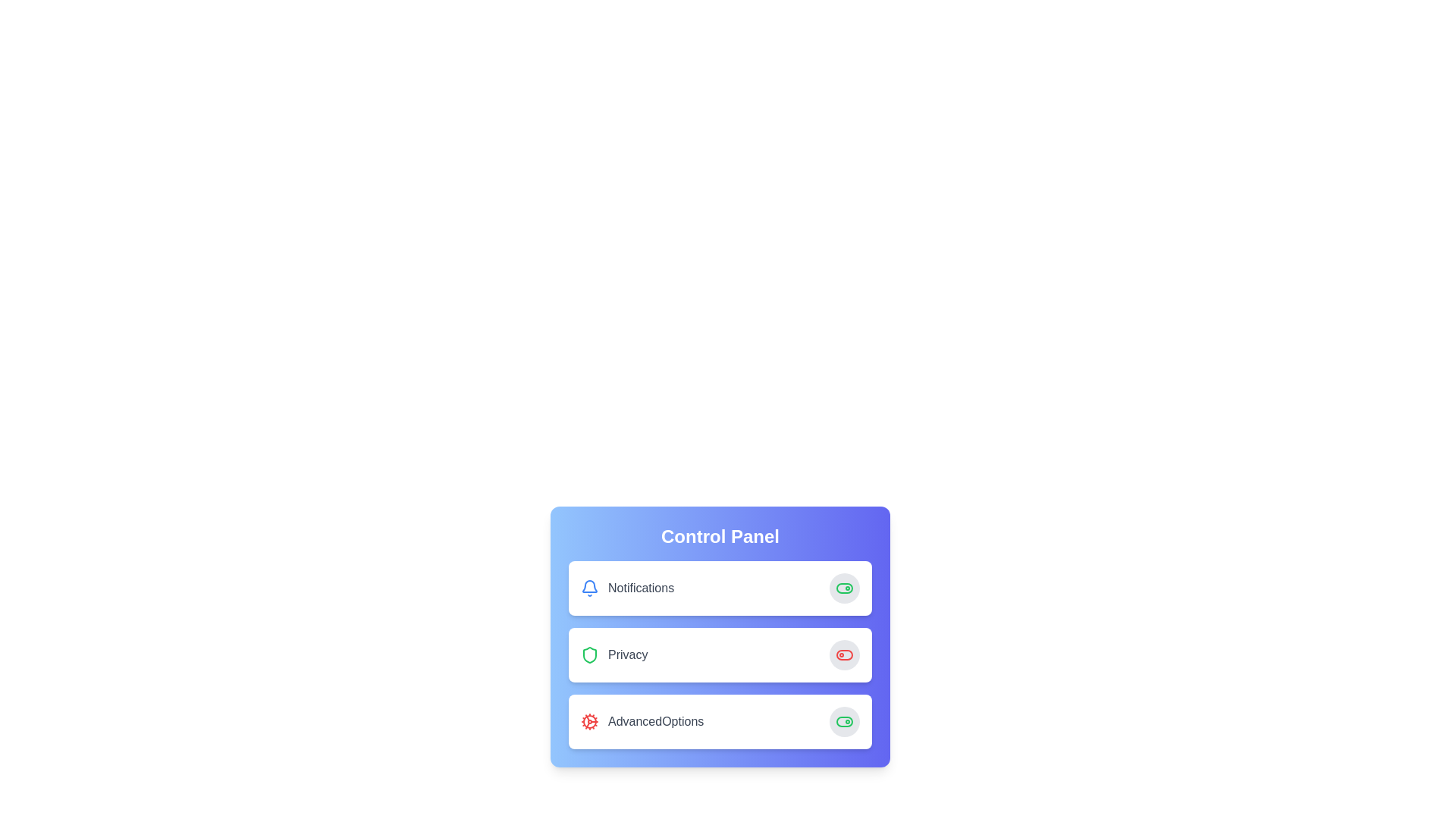 Image resolution: width=1456 pixels, height=819 pixels. Describe the element at coordinates (720, 654) in the screenshot. I see `the toggle on the middle list item in the vertical list of three options to change its privacy state` at that location.